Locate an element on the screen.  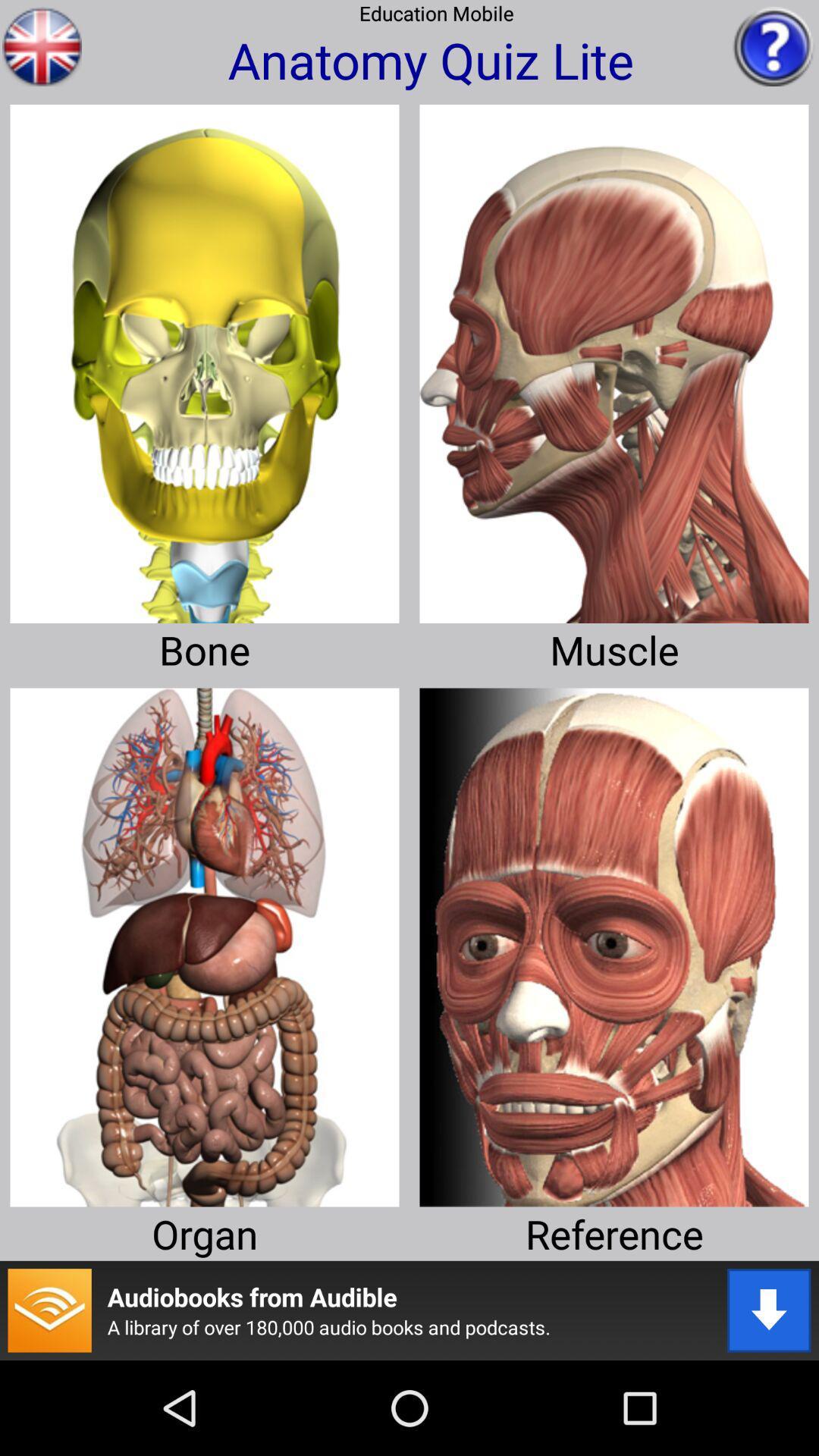
take me to organ quiz is located at coordinates (205, 941).